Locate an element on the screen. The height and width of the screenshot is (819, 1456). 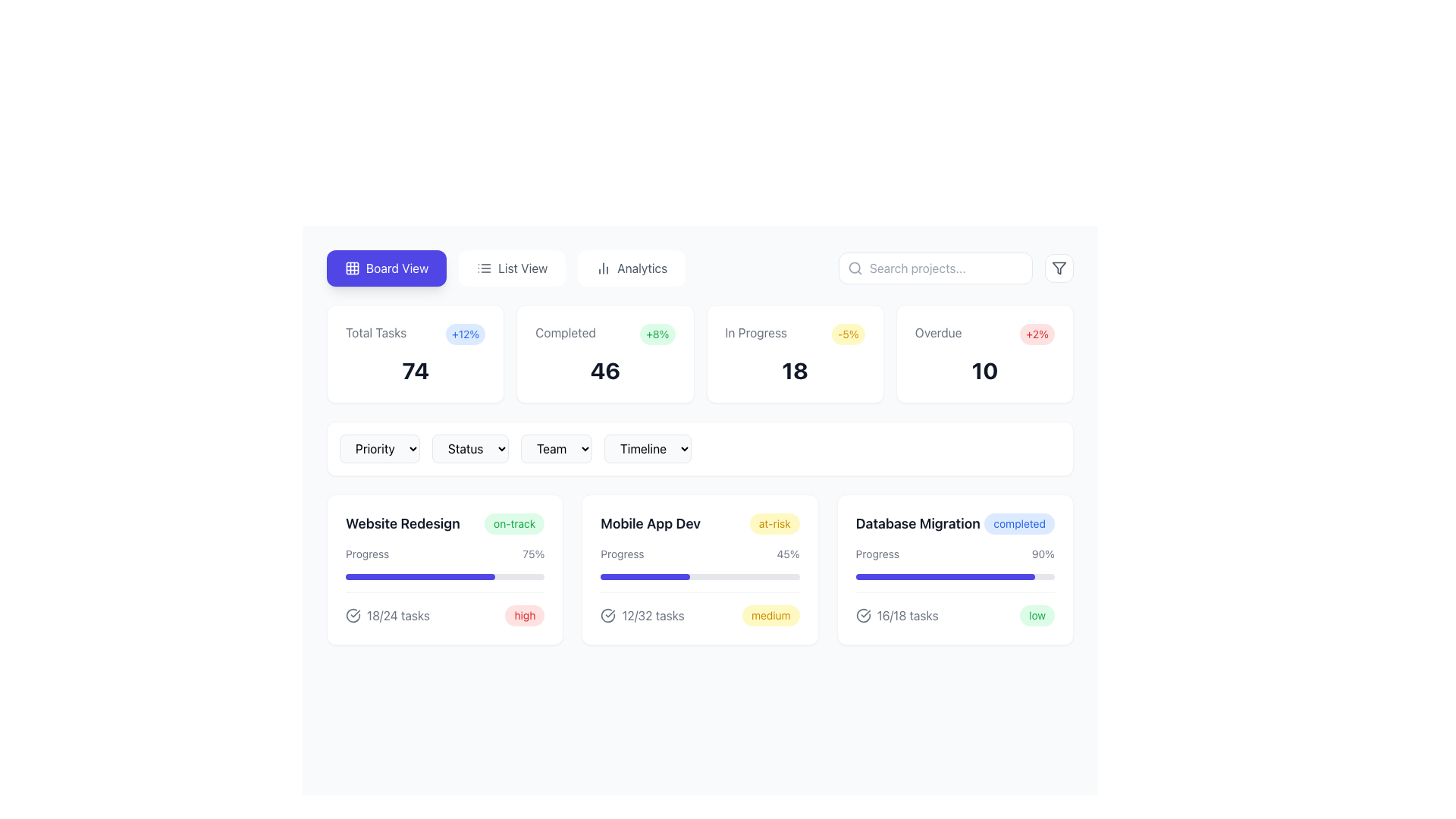
the horizontal progress bar that indicates the progress percentage of tasks in the 'Mobile App Dev' project card, located below the 'Progress 45%' text is located at coordinates (699, 576).